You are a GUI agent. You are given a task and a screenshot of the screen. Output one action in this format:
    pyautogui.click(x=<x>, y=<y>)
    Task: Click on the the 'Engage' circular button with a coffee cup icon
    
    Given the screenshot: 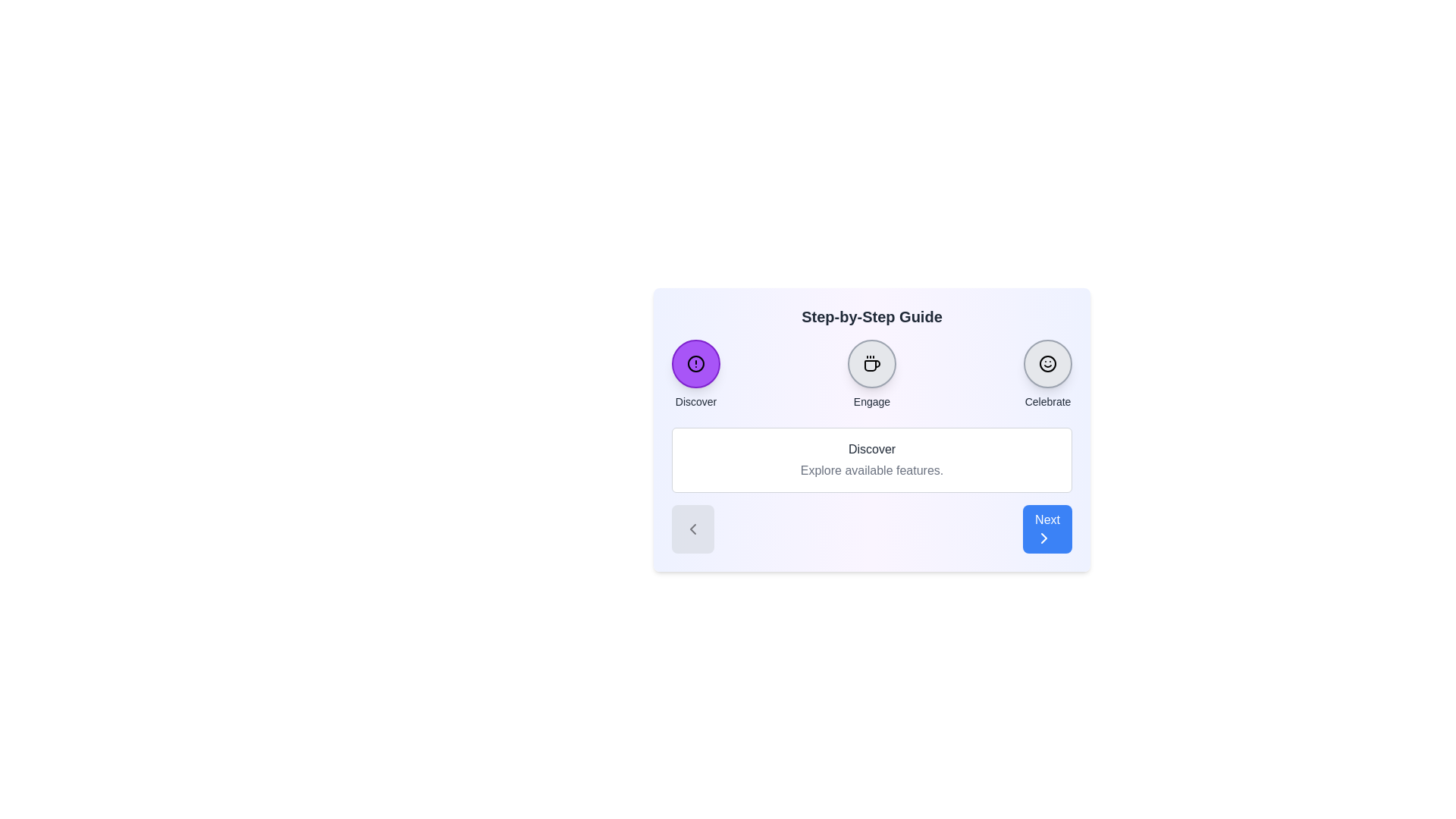 What is the action you would take?
    pyautogui.click(x=872, y=363)
    